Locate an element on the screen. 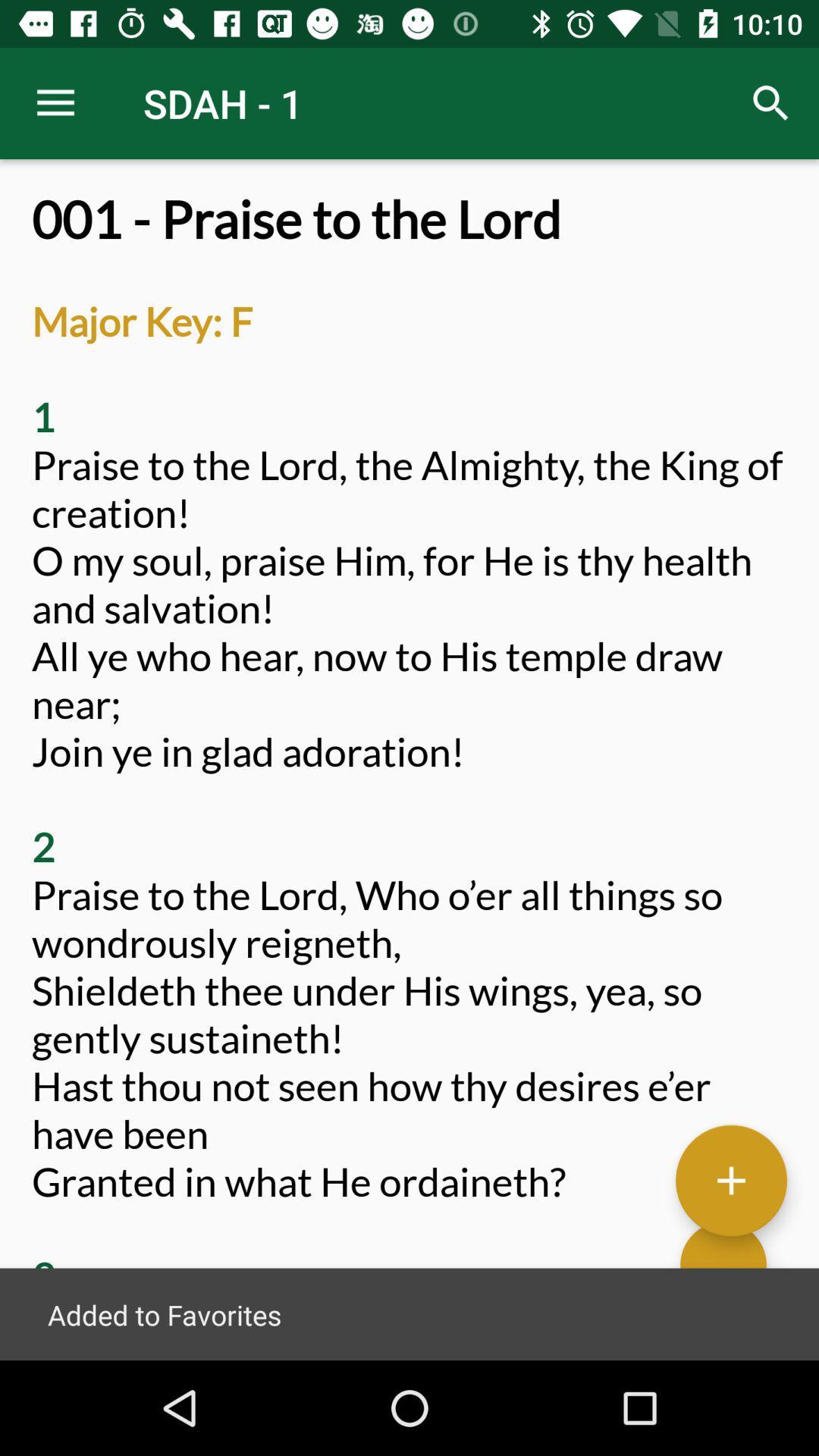  to favorites is located at coordinates (730, 1178).